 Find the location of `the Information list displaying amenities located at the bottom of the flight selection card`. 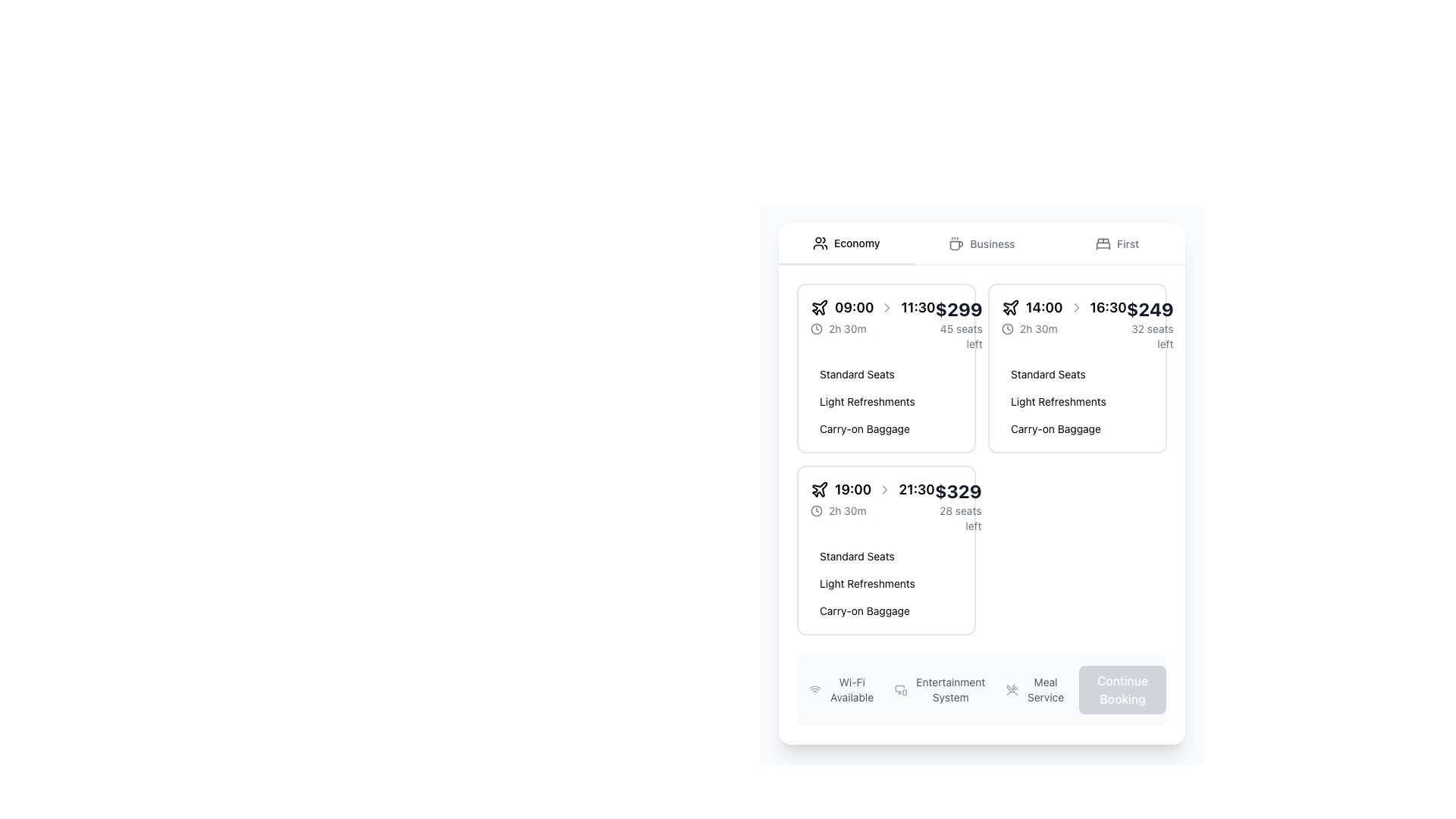

the Information list displaying amenities located at the bottom of the flight selection card is located at coordinates (886, 400).